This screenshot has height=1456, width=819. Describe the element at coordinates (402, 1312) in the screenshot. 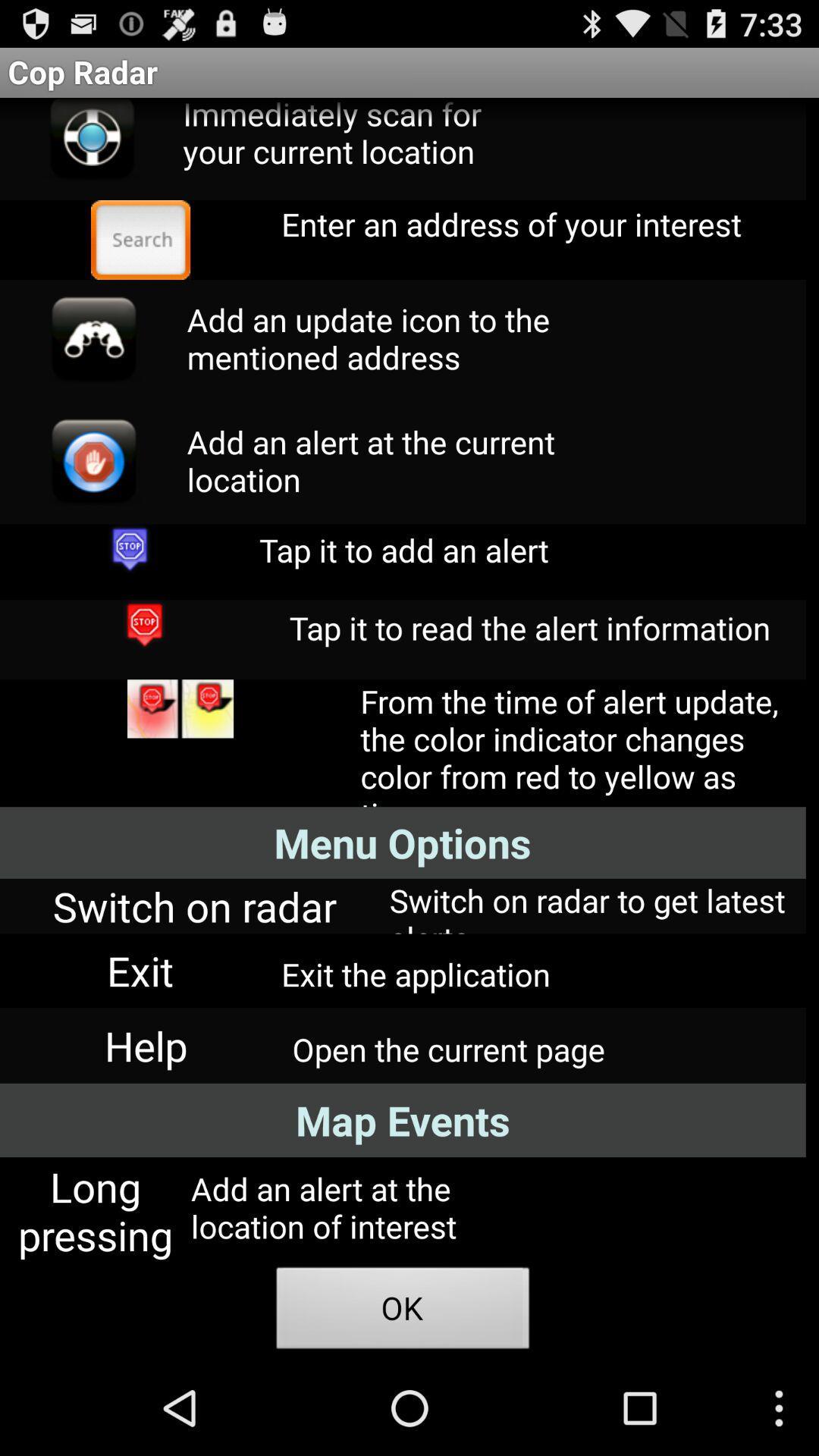

I see `item to the right of the long pressing app` at that location.